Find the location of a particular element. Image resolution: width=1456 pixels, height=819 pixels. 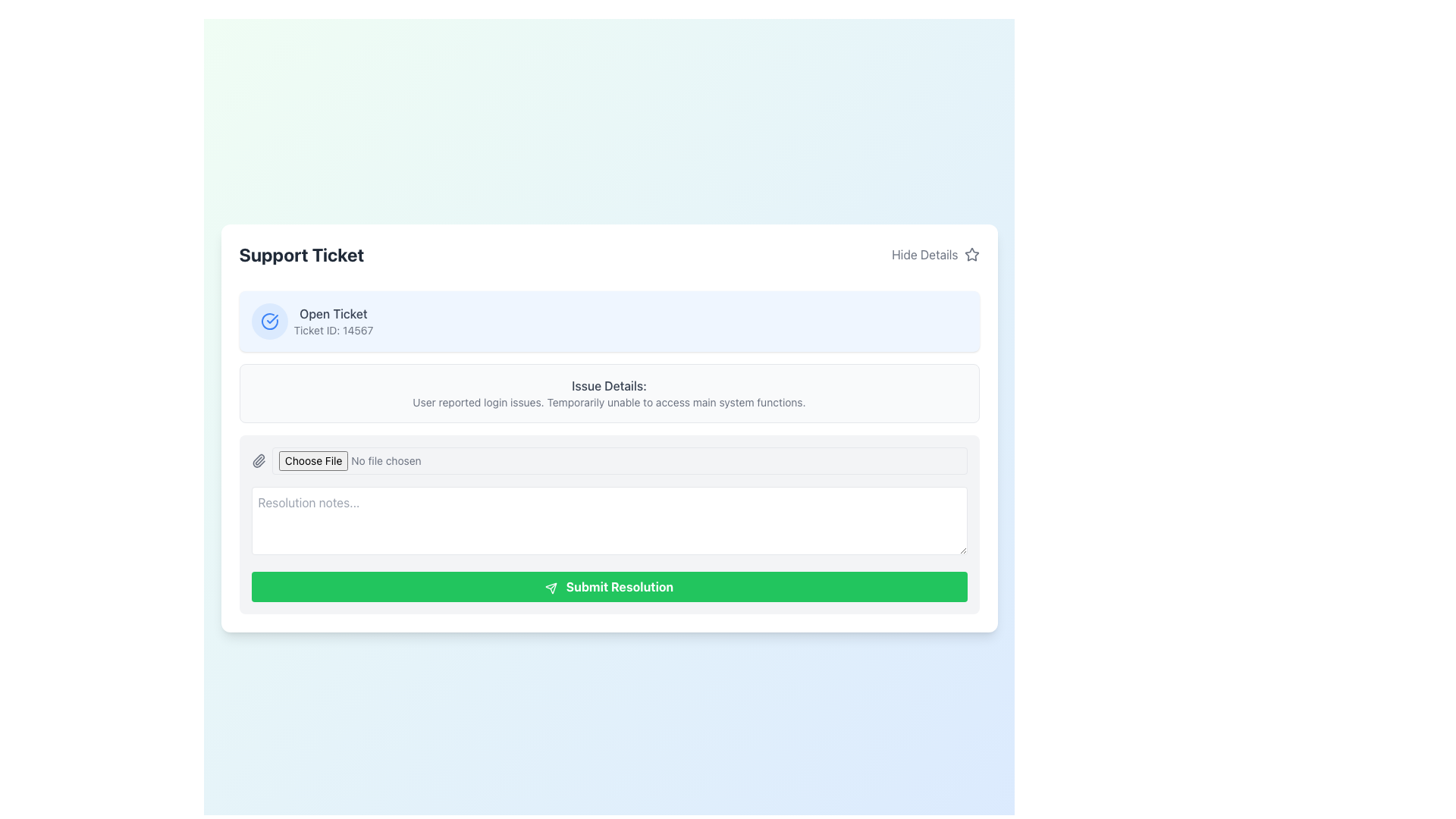

the 'Open Ticket' text block, which includes the text 'Ticket ID: 14567' and is styled within a light blue rounded rectangle, located in the top section of the 'Support Ticket' interface is located at coordinates (333, 321).